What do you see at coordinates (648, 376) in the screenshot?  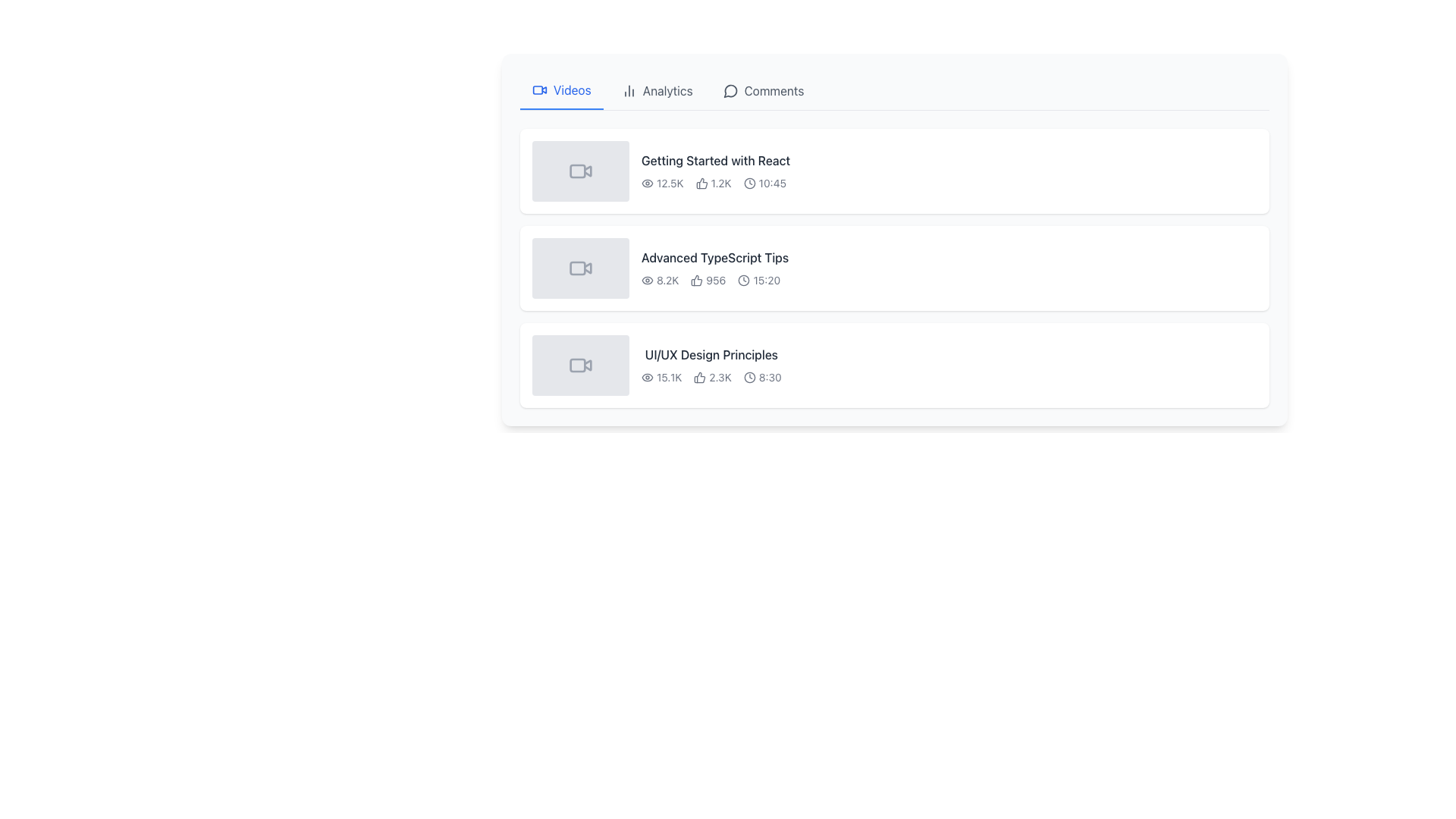 I see `the eye icon located in the top-left corner of the interface` at bounding box center [648, 376].